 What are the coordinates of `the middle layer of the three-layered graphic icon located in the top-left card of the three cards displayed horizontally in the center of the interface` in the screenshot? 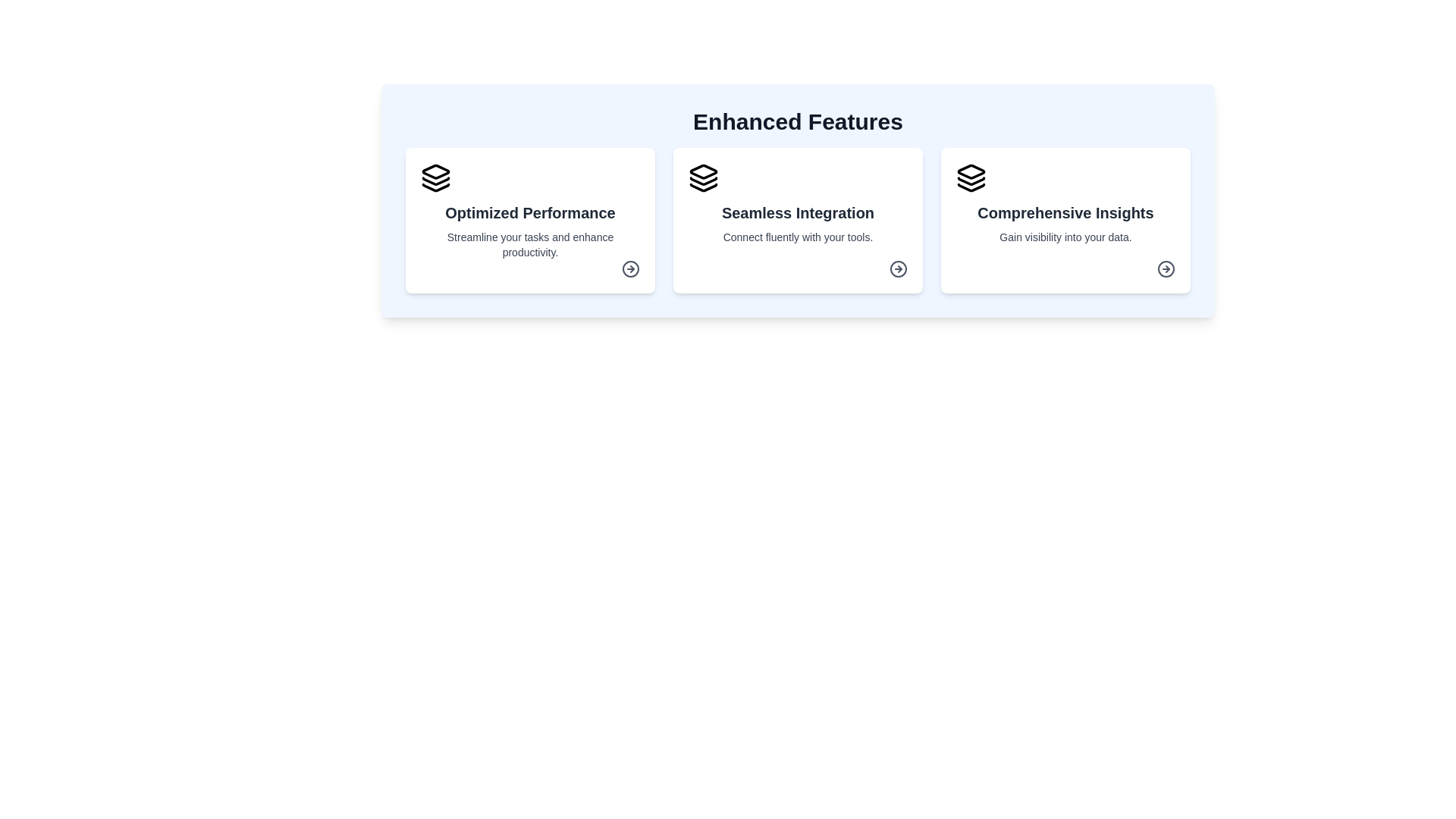 It's located at (435, 180).